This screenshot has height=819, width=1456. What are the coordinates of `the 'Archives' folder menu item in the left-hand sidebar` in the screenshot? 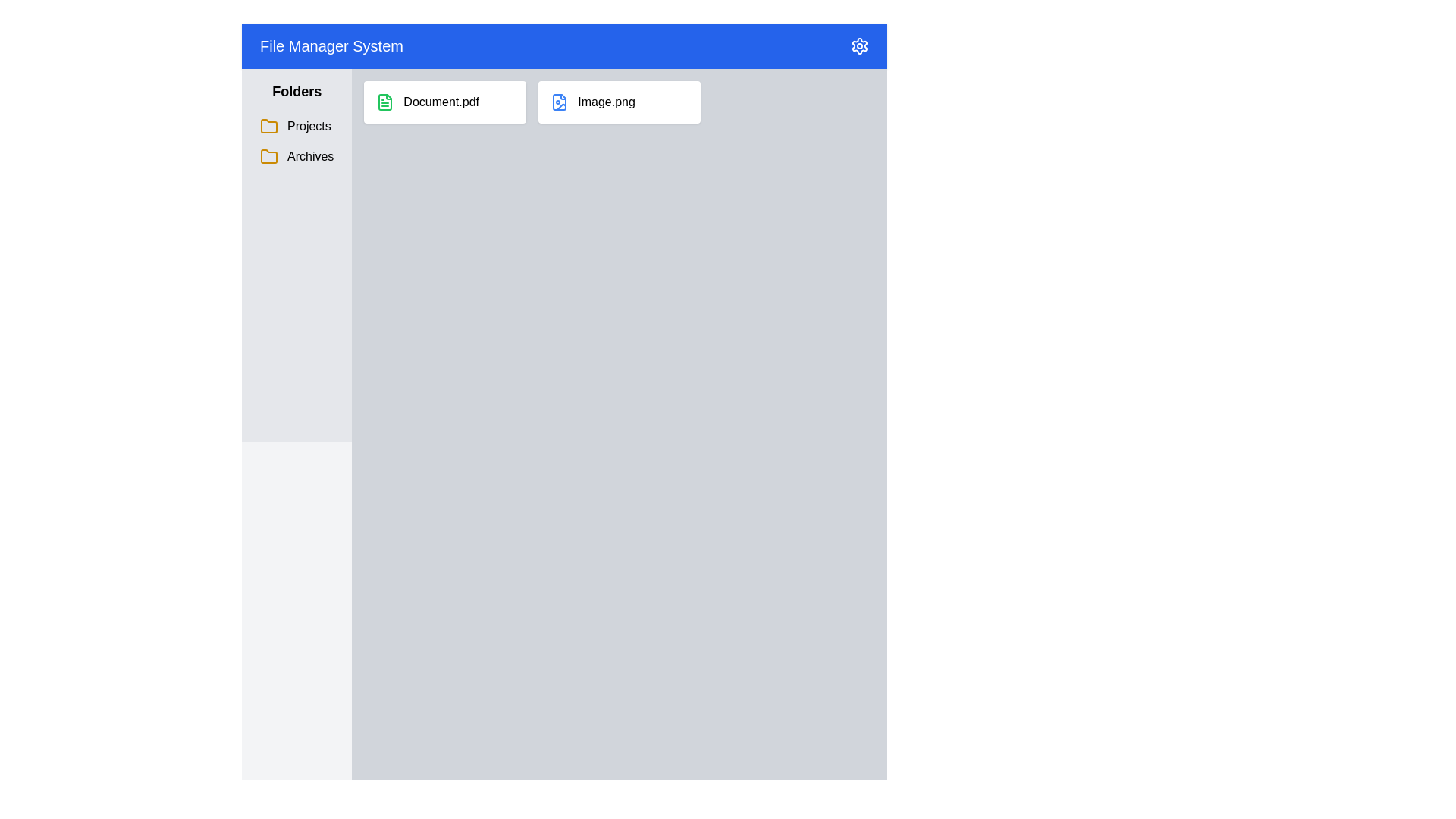 It's located at (297, 157).